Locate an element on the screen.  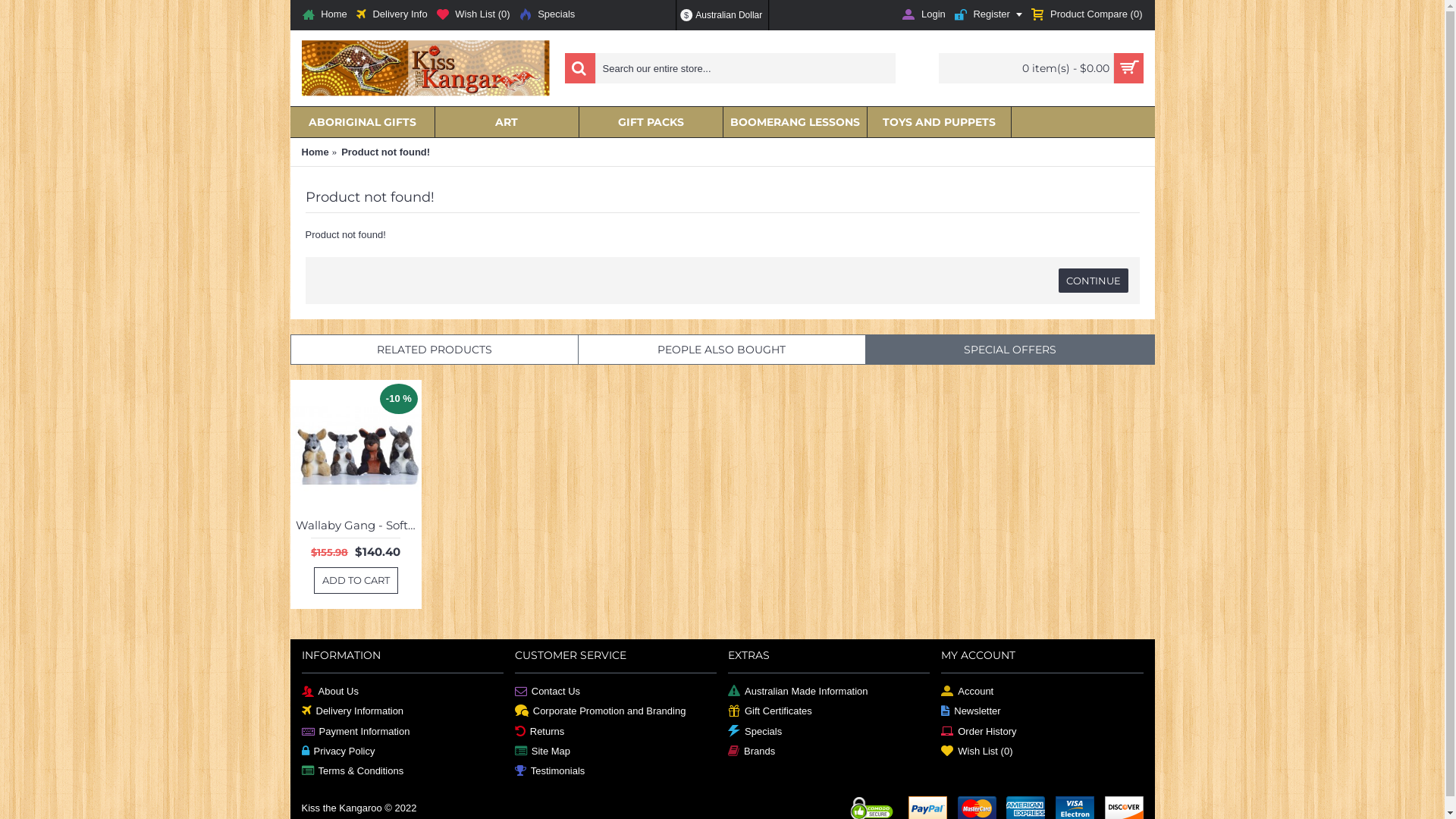
'Register' is located at coordinates (989, 14).